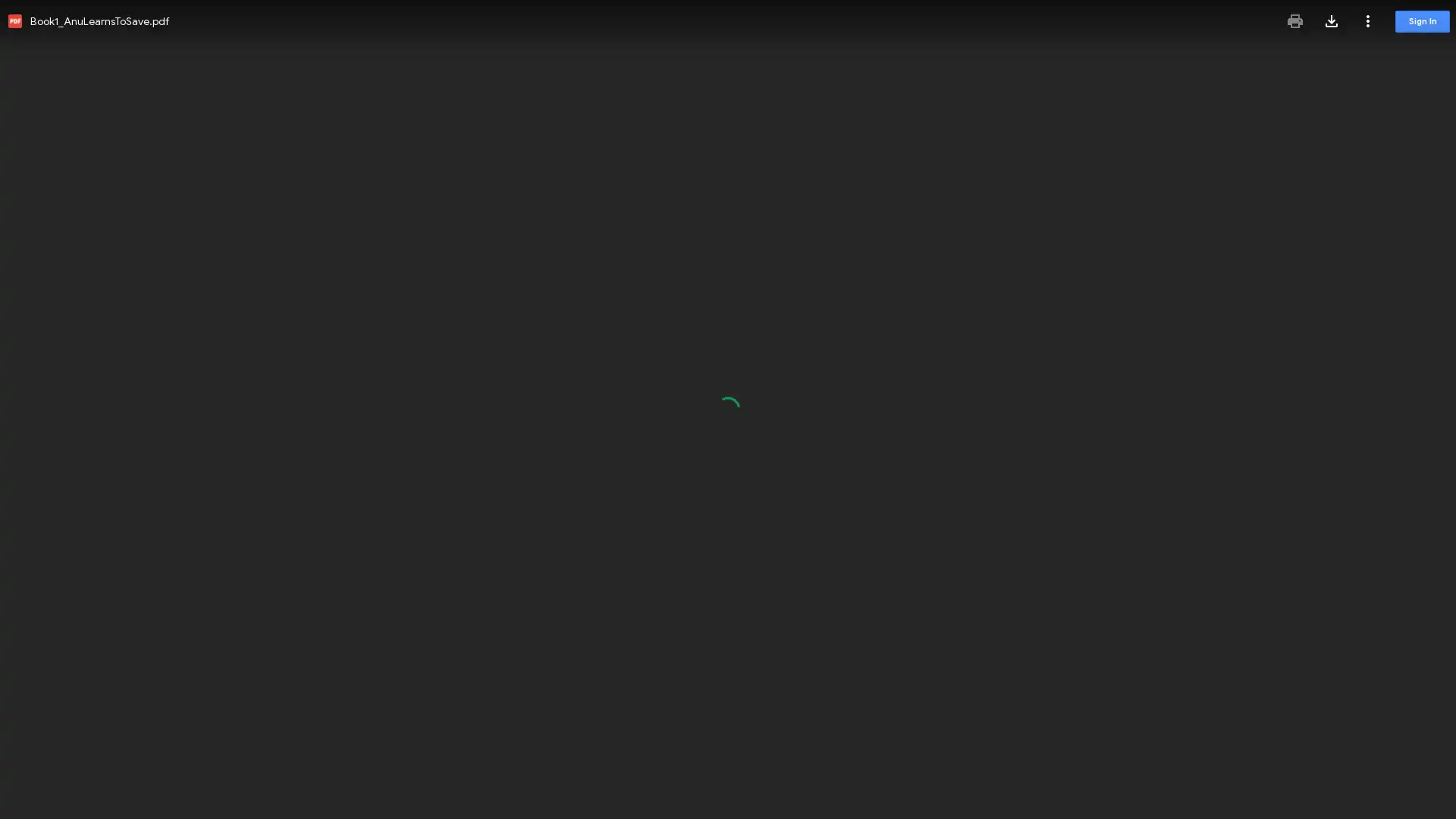 This screenshot has height=819, width=1456. Describe the element at coordinates (1294, 20) in the screenshot. I see `Printing not yet available` at that location.